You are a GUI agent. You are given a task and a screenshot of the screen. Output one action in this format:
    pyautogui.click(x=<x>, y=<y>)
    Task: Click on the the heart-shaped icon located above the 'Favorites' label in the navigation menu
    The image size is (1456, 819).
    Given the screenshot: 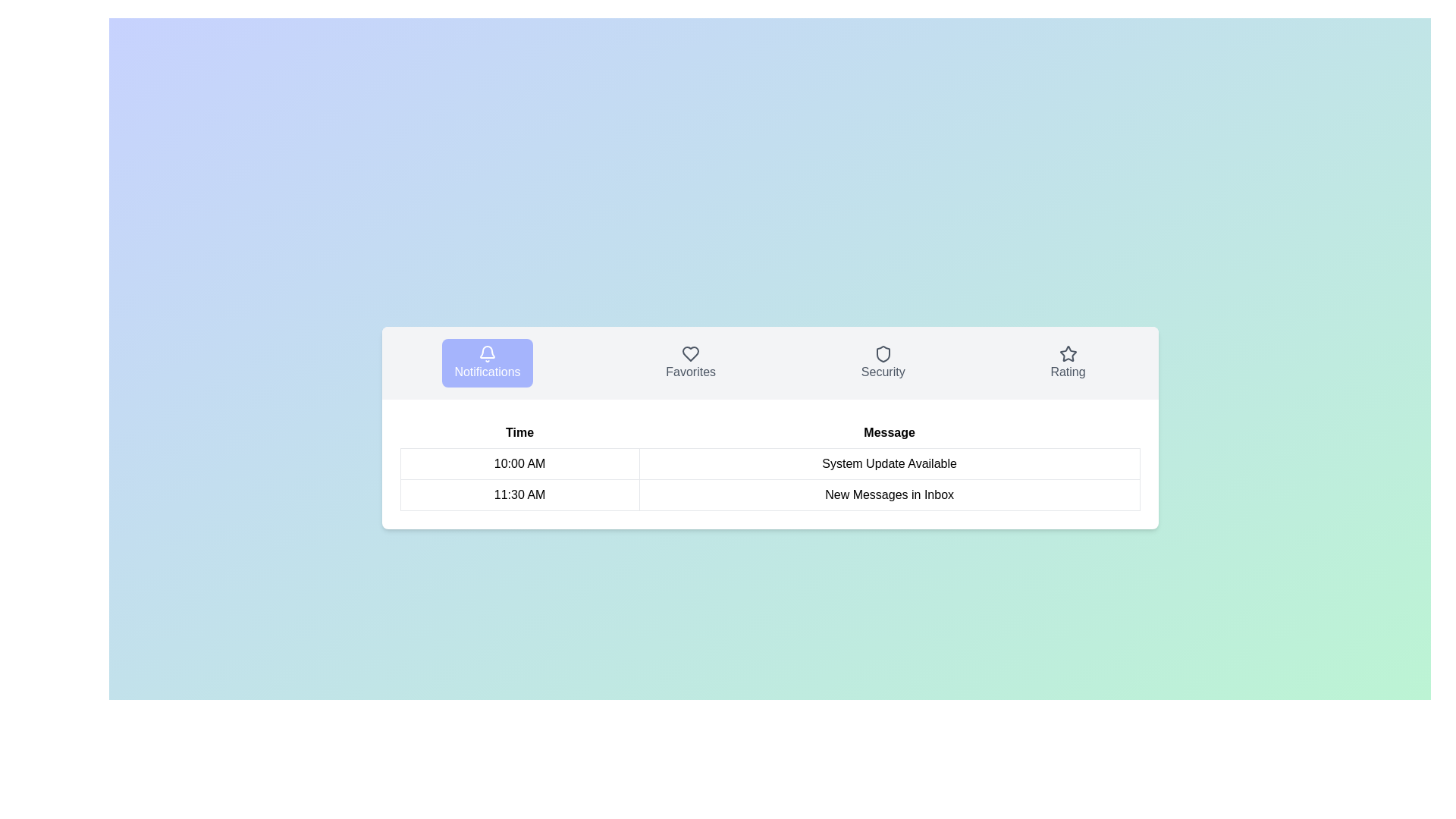 What is the action you would take?
    pyautogui.click(x=690, y=353)
    